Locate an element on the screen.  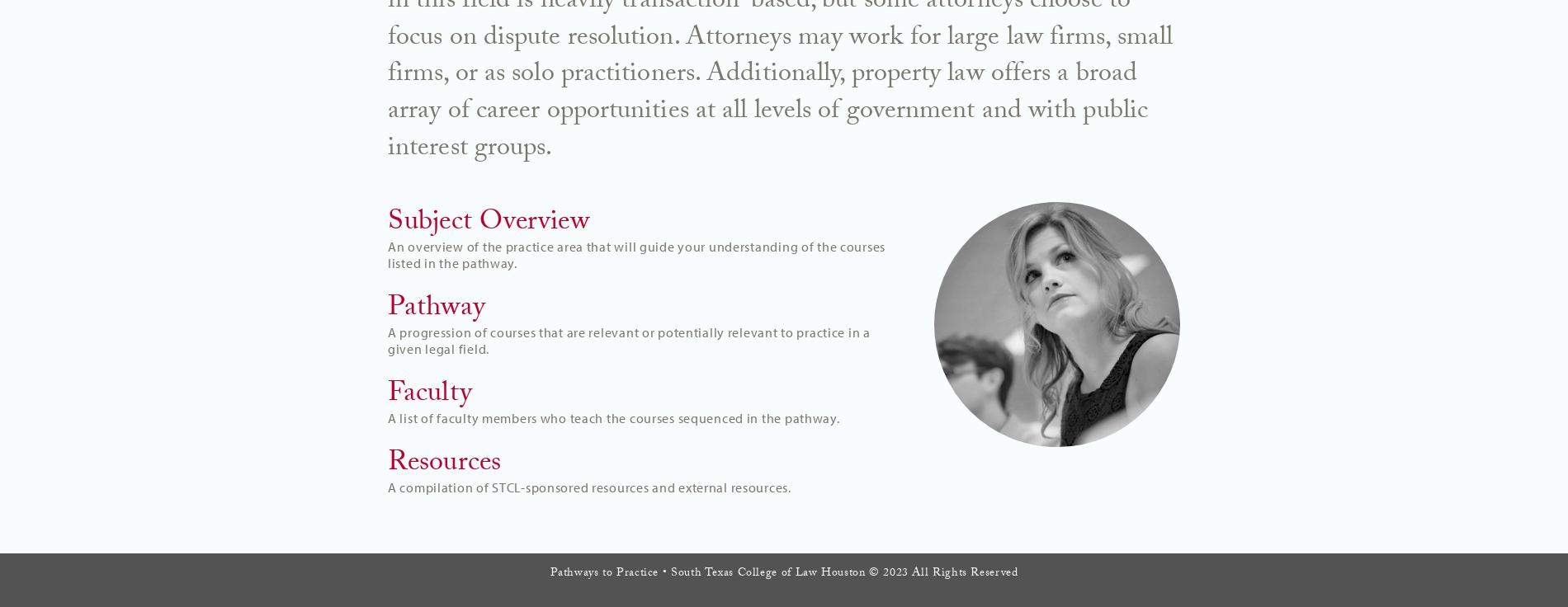
'A list of faculty members who teach the courses sequenced in the pathway.' is located at coordinates (612, 416).